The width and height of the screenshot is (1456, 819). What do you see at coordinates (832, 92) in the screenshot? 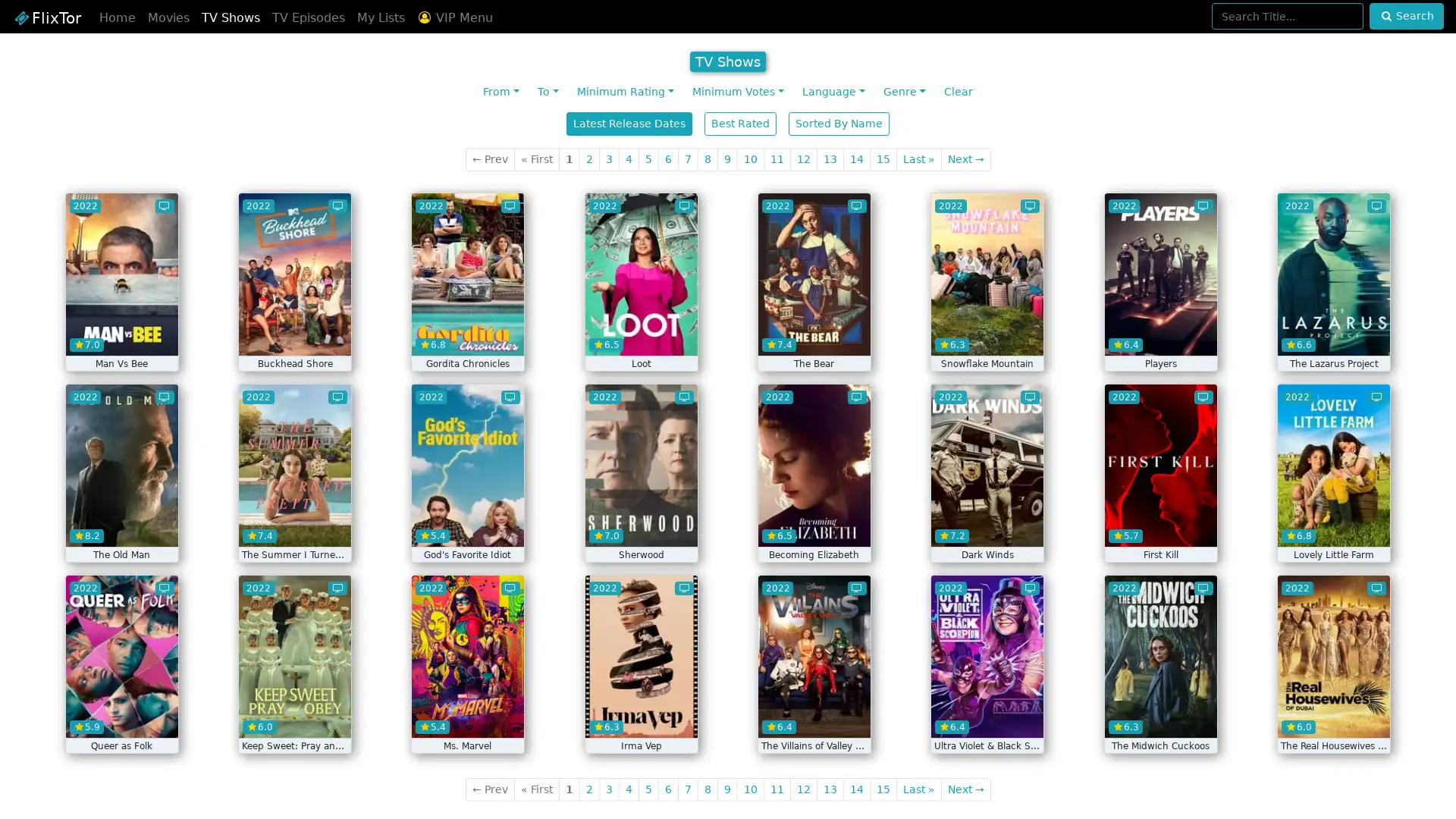
I see `Language` at bounding box center [832, 92].